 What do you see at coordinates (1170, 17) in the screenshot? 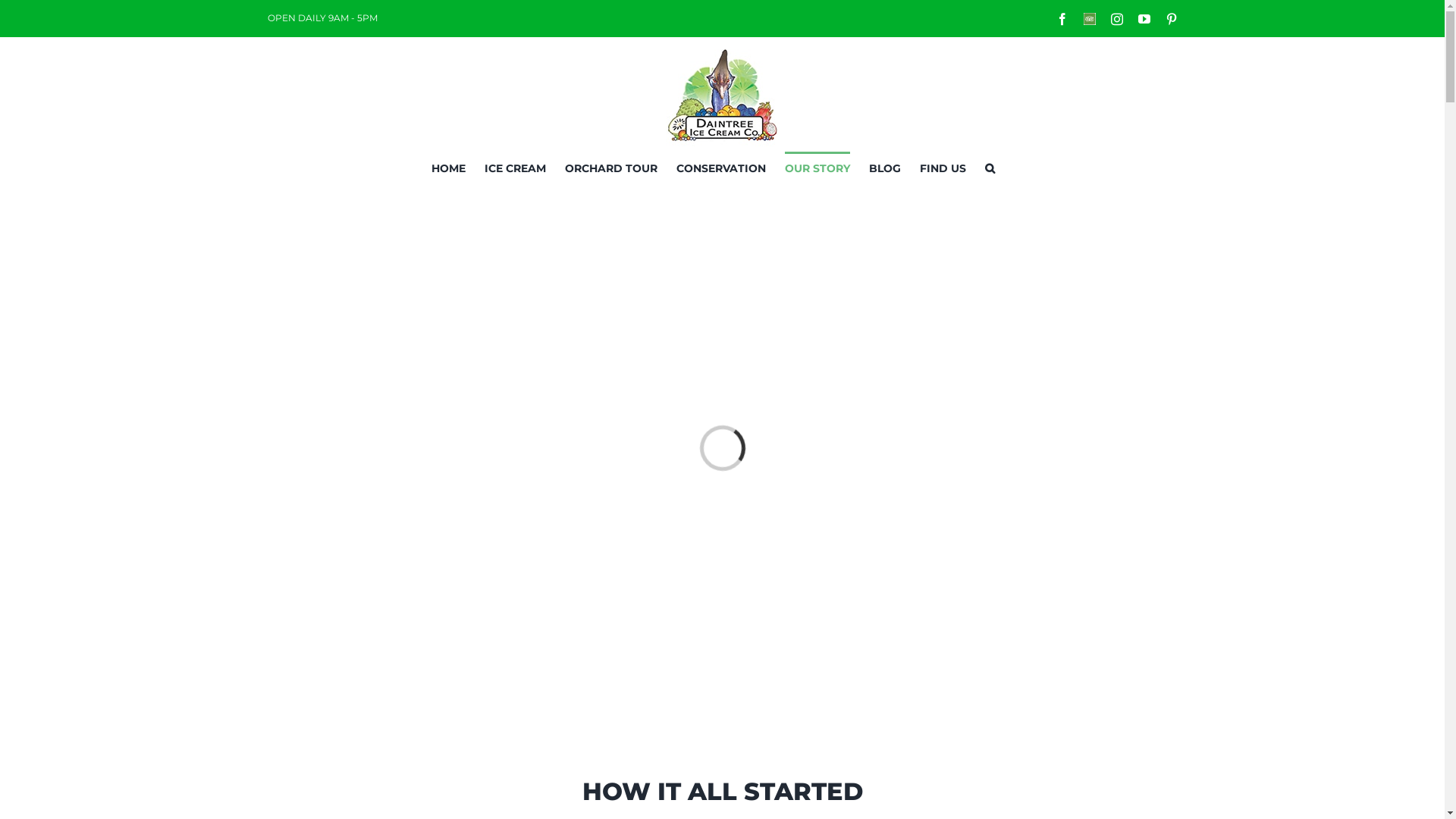
I see `'Pinterest'` at bounding box center [1170, 17].